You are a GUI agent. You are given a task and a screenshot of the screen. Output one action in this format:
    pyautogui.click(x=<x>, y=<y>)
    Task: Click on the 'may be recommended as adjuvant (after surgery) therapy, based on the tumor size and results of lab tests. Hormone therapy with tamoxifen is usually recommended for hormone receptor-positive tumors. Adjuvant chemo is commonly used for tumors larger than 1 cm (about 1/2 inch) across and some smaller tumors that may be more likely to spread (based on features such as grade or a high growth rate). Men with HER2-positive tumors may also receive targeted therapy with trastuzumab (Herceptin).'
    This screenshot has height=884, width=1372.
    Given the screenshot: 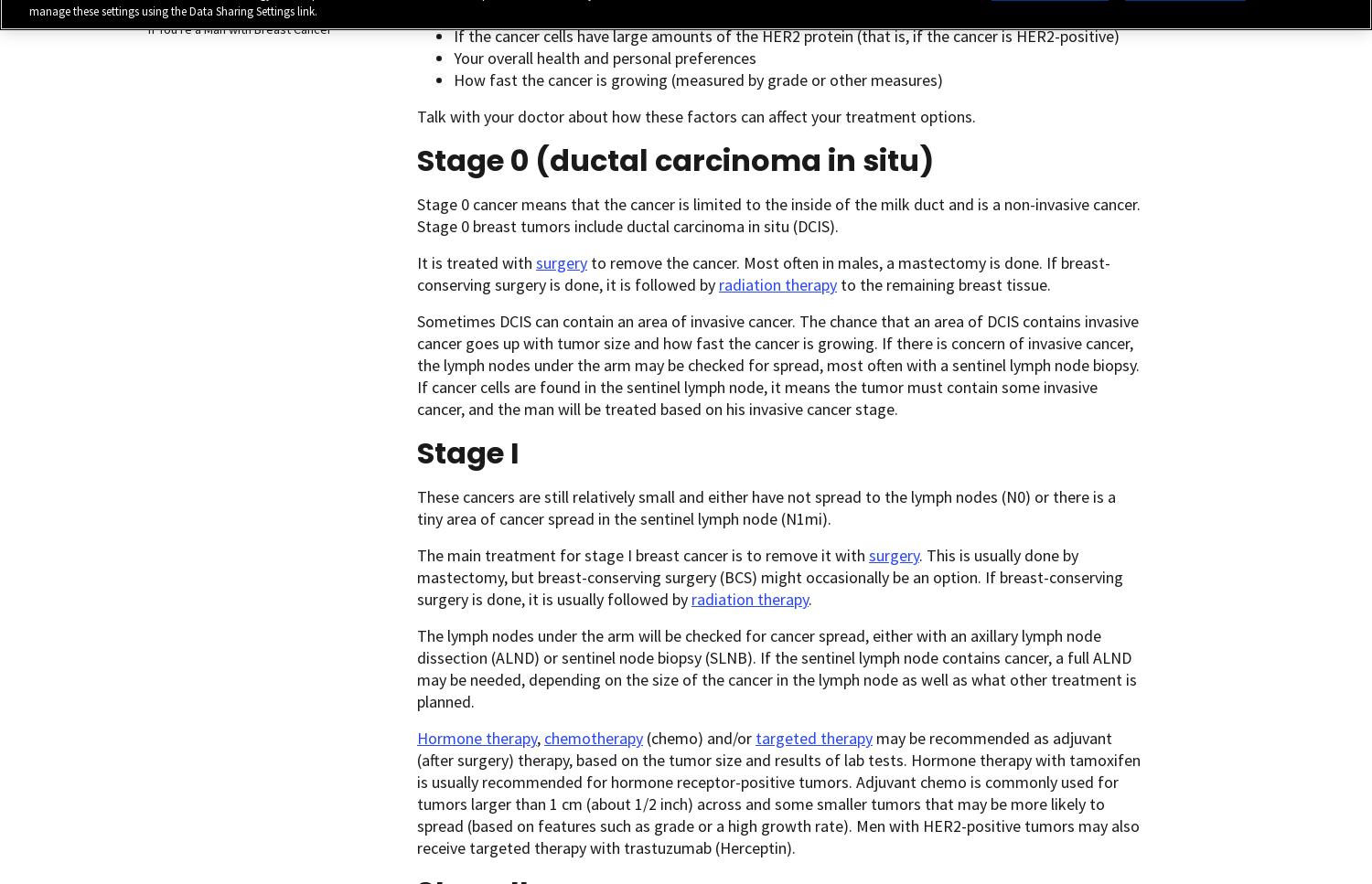 What is the action you would take?
    pyautogui.click(x=777, y=792)
    